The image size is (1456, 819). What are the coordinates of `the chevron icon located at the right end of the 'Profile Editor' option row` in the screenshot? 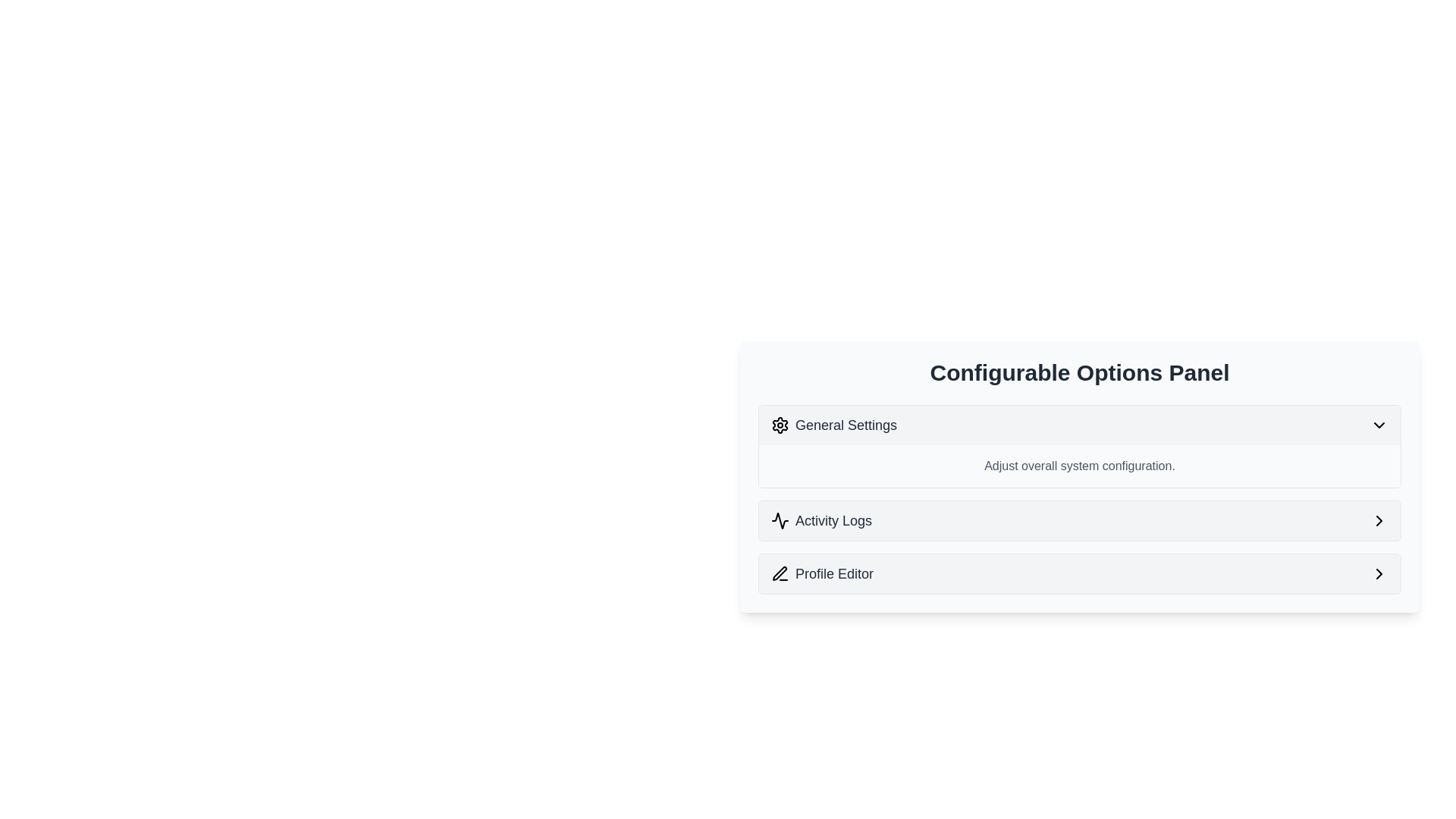 It's located at (1379, 573).